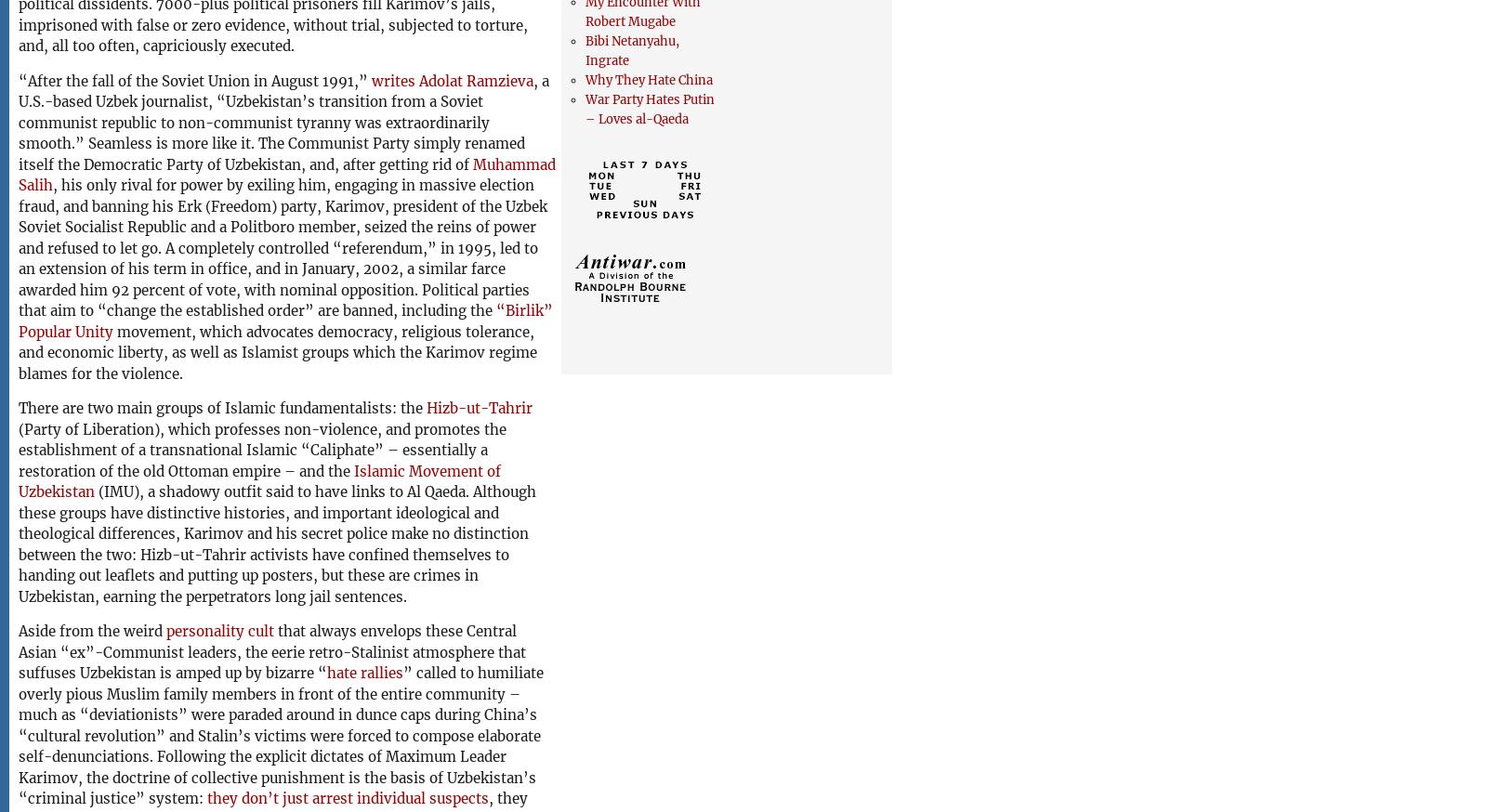  What do you see at coordinates (278, 351) in the screenshot?
I see `'movement, which advocates democracy, religious tolerance, and economic liberty, as well as Islamist groups which the Karimov regime blames for the violence.'` at bounding box center [278, 351].